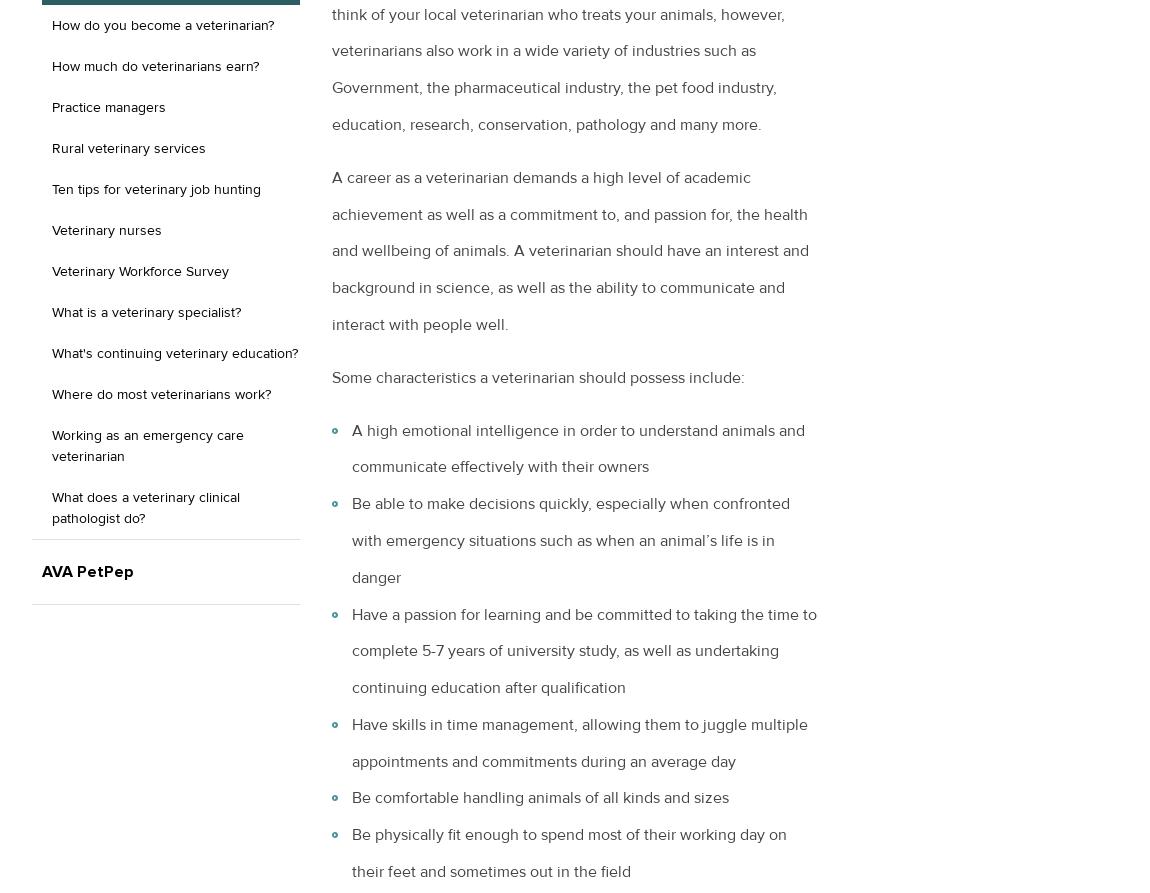  Describe the element at coordinates (570, 539) in the screenshot. I see `'Be able to make decisions quickly, especially when confronted with emergency situations such as when an animal’s life is in danger'` at that location.